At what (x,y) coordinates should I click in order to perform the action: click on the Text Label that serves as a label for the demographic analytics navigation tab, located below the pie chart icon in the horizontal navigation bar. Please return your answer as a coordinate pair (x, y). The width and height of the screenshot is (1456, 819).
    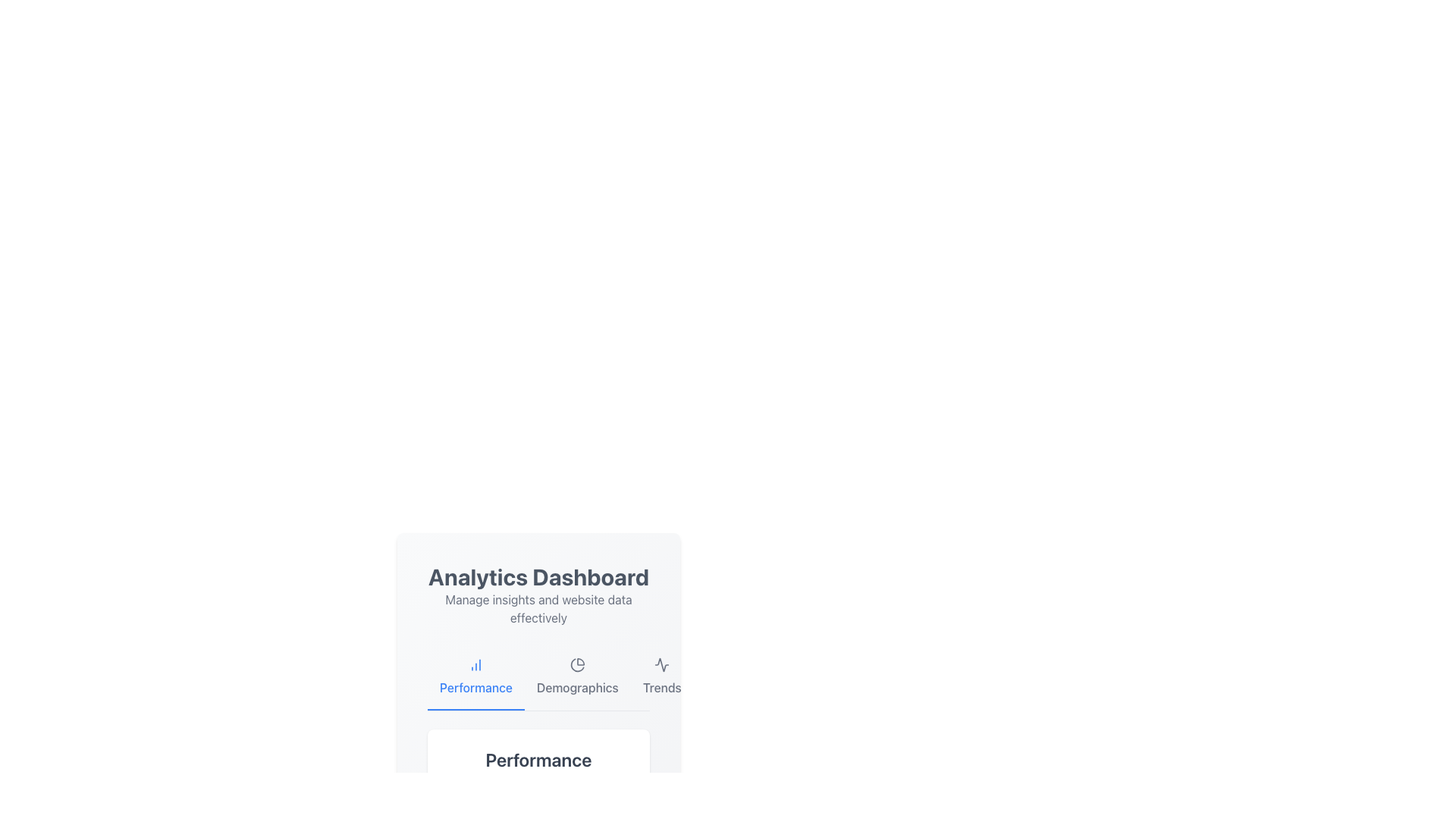
    Looking at the image, I should click on (576, 687).